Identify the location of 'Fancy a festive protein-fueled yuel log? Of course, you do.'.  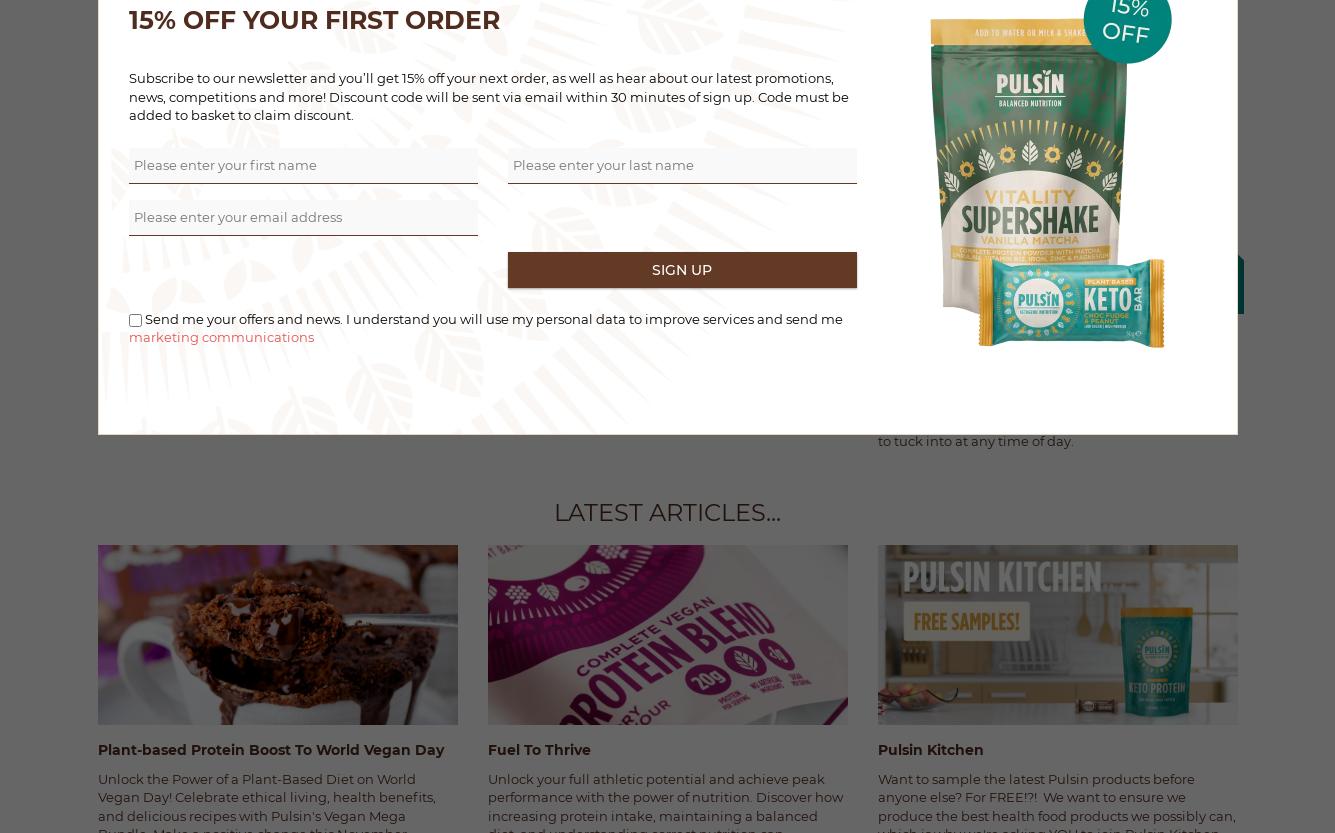
(661, 412).